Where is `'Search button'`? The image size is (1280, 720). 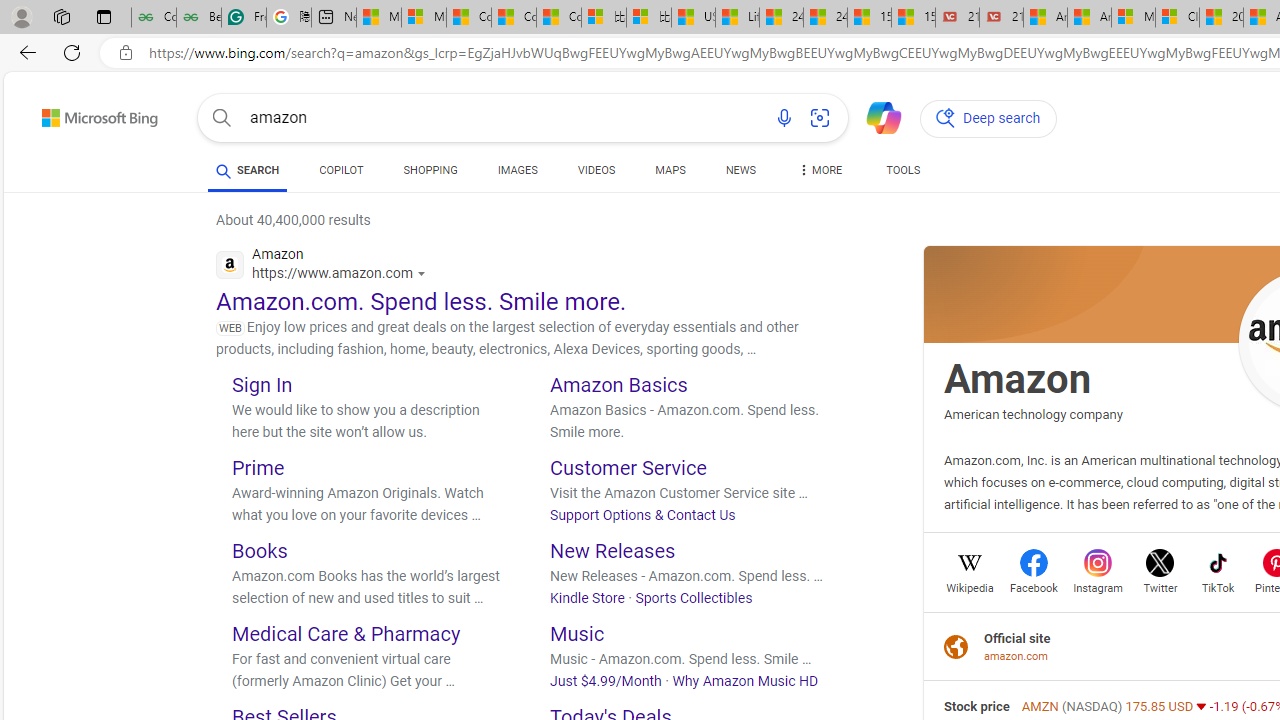
'Search button' is located at coordinates (222, 118).